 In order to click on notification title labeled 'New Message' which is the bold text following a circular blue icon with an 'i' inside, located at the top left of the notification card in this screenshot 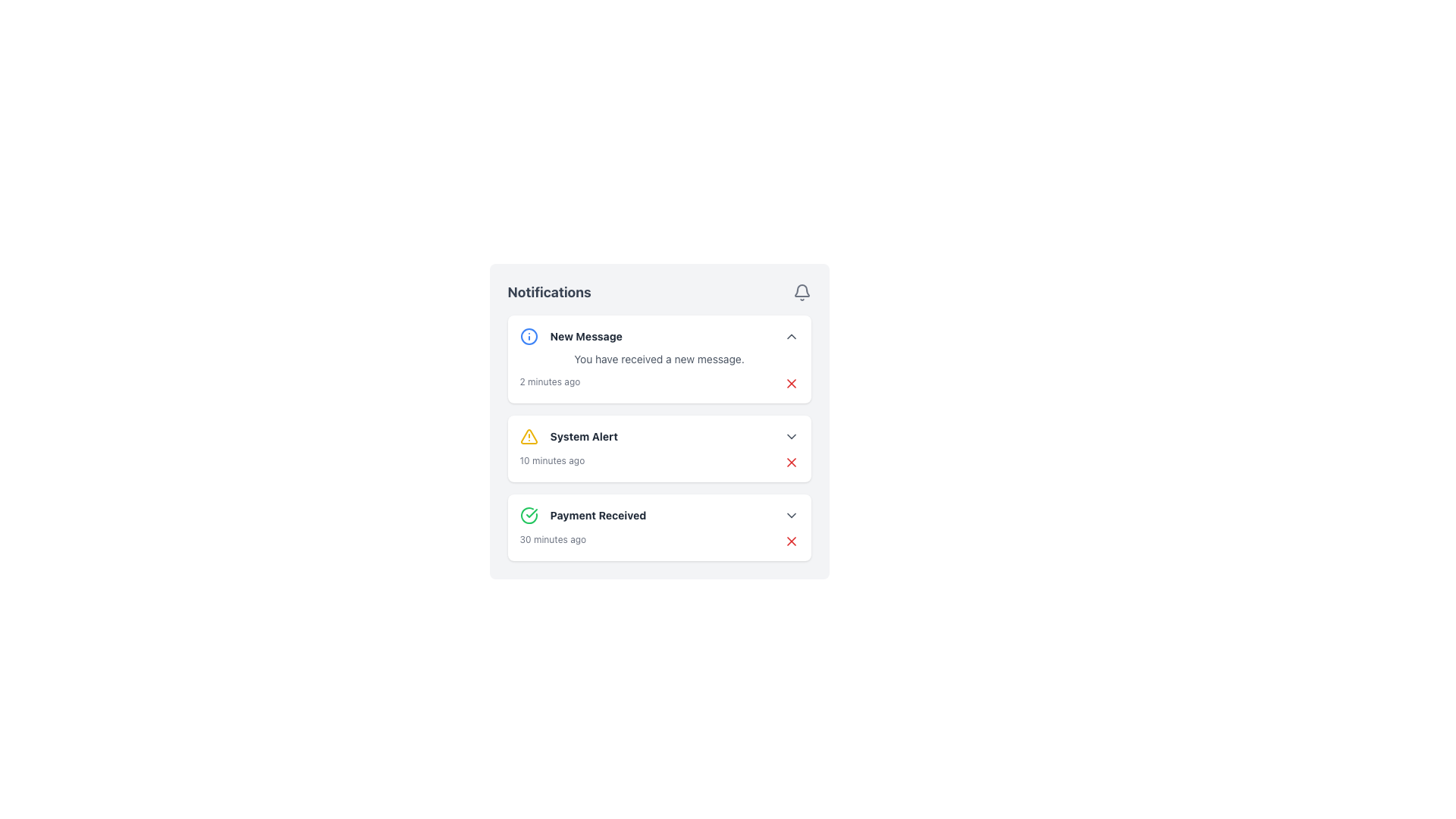, I will do `click(570, 335)`.